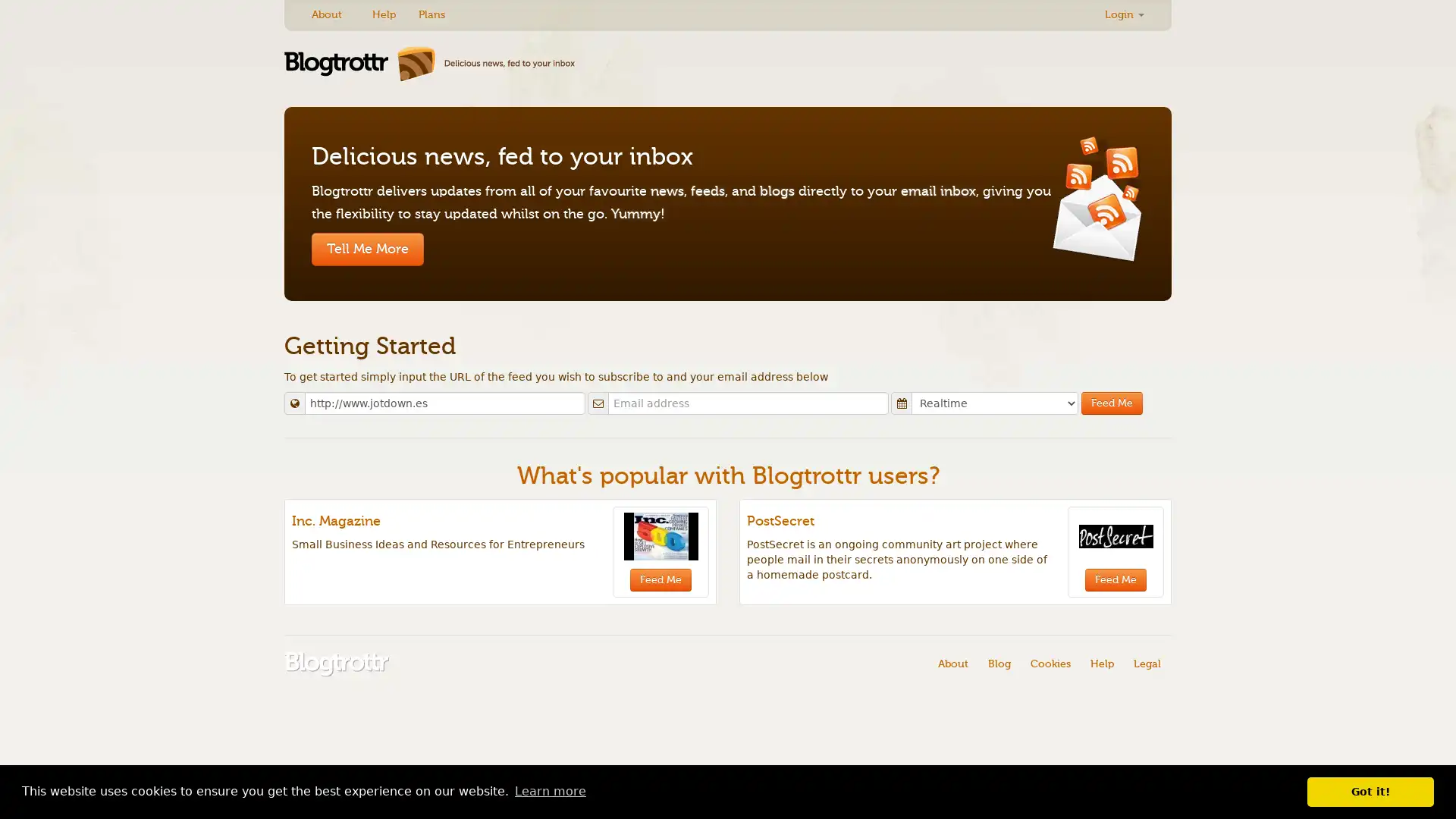  What do you see at coordinates (1112, 403) in the screenshot?
I see `Feed Me` at bounding box center [1112, 403].